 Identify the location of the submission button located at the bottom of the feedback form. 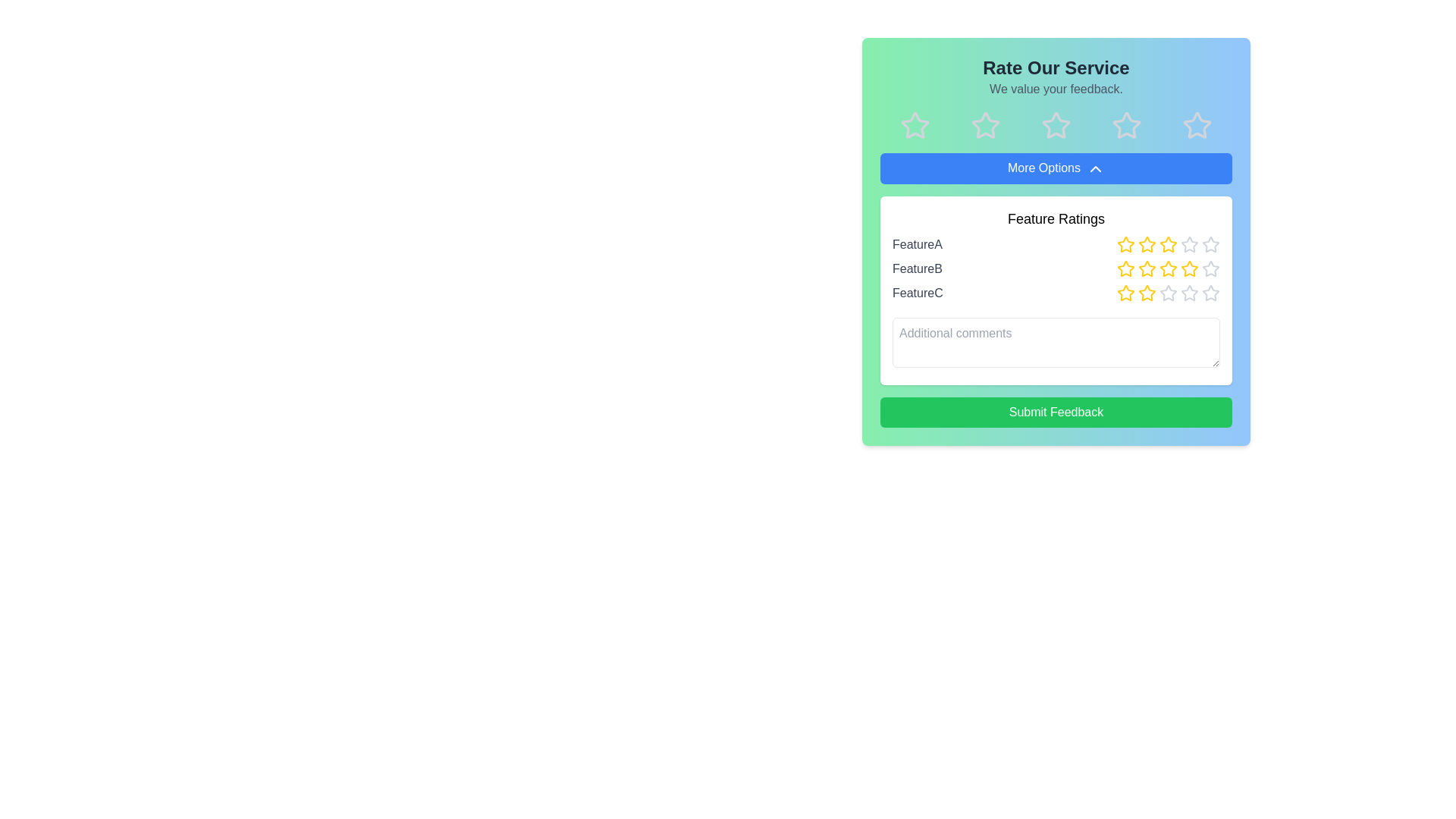
(1055, 412).